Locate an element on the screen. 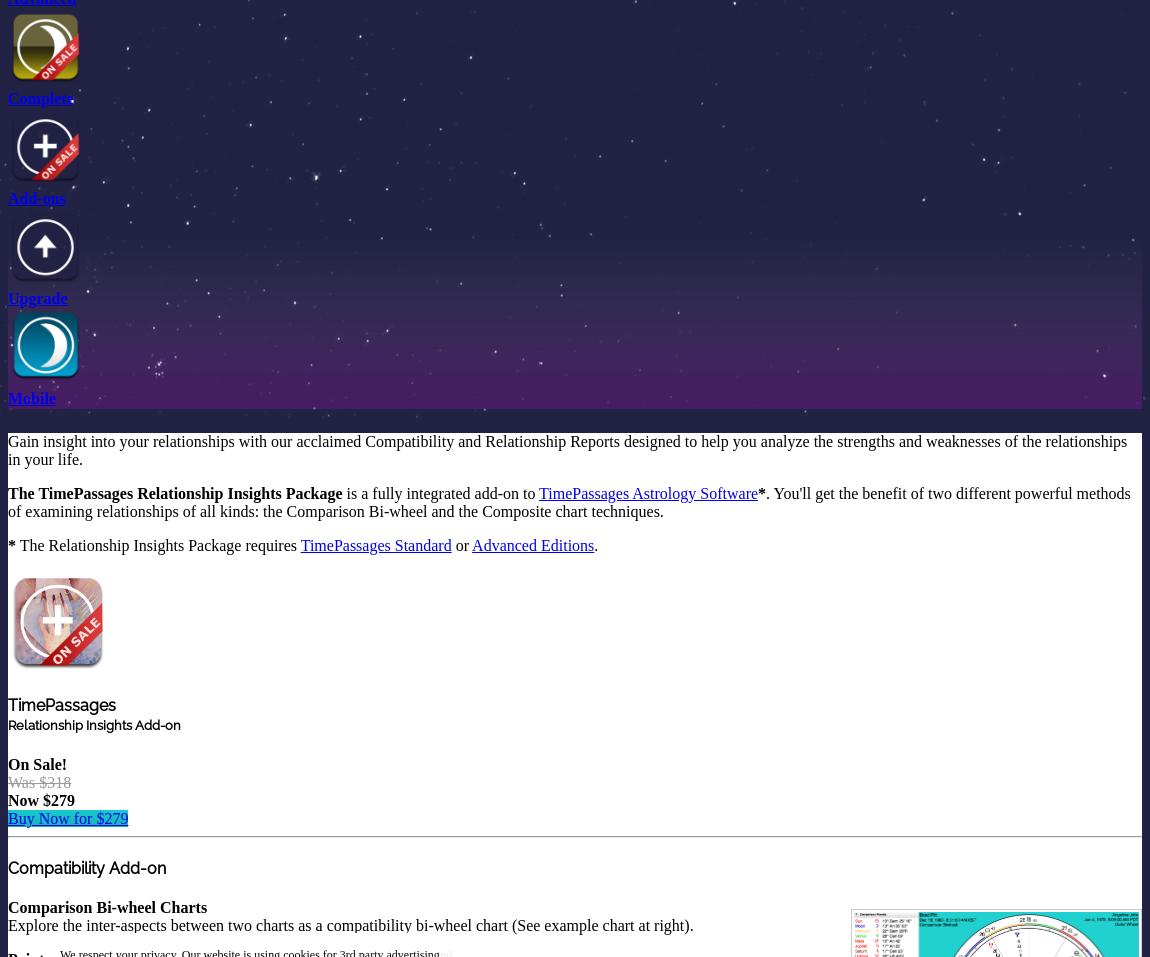 The height and width of the screenshot is (957, 1150). 'Gain insight into your relationships with our acclaimed Compatibility and Relationship Reports designed to help you analyze the strengths and weaknesses of the relationships in your life.' is located at coordinates (7, 449).